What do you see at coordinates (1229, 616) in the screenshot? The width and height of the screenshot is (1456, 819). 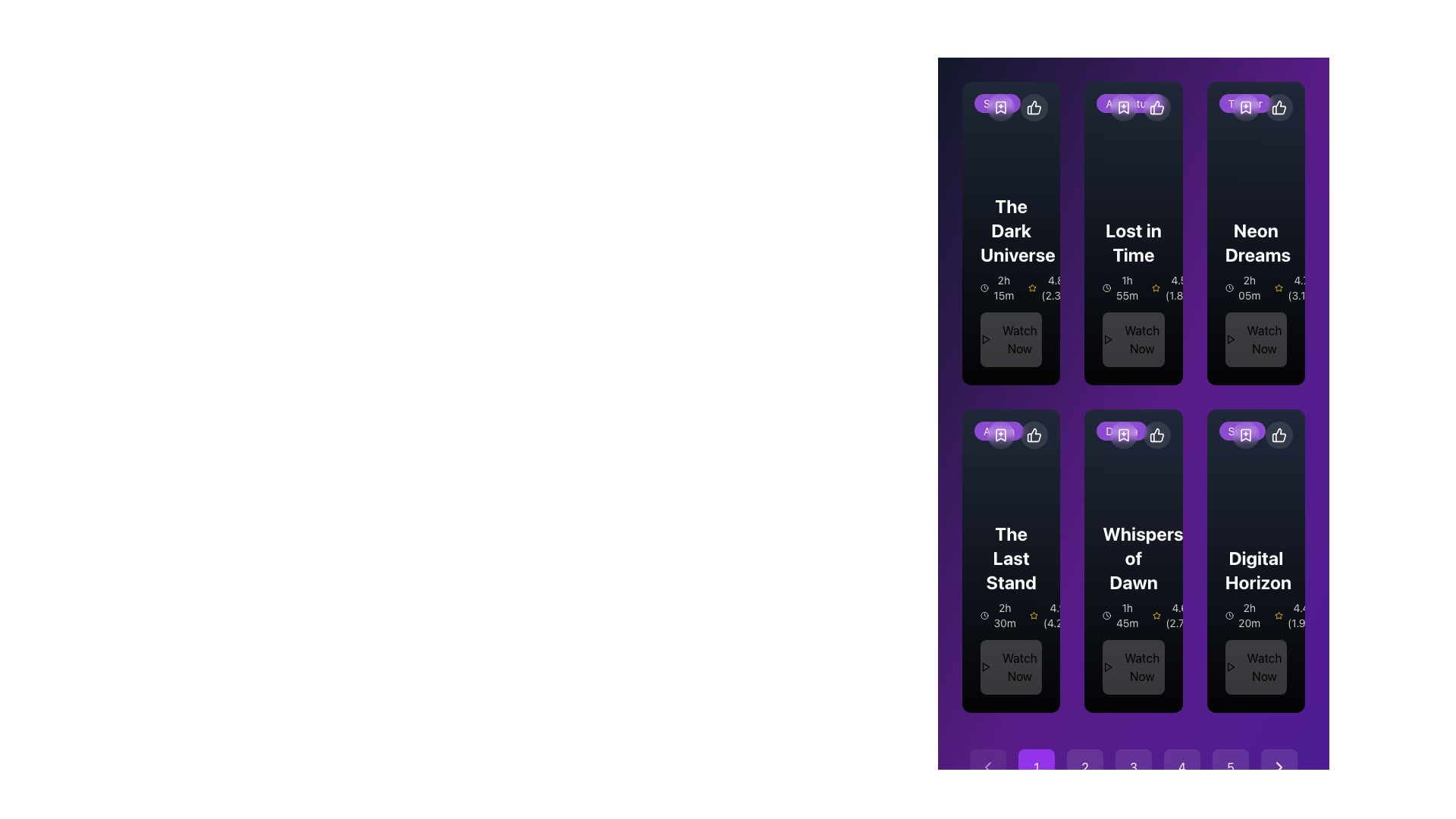 I see `the clock icon within the 'Digital Horizon' panel, located beneath the title and left of the text '2h 20m'` at bounding box center [1229, 616].